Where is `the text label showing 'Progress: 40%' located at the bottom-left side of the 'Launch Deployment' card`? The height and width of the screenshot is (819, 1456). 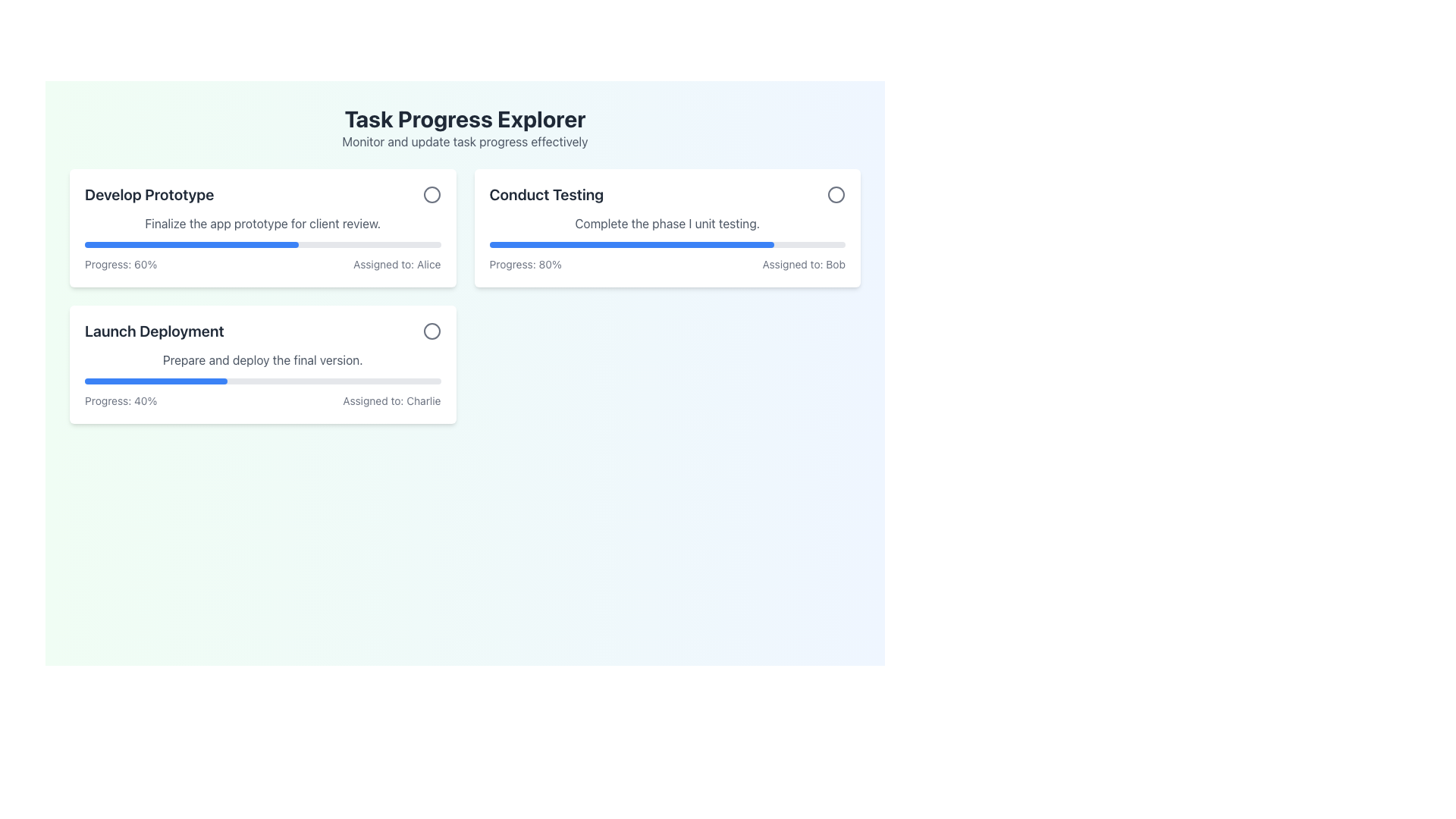 the text label showing 'Progress: 40%' located at the bottom-left side of the 'Launch Deployment' card is located at coordinates (120, 400).